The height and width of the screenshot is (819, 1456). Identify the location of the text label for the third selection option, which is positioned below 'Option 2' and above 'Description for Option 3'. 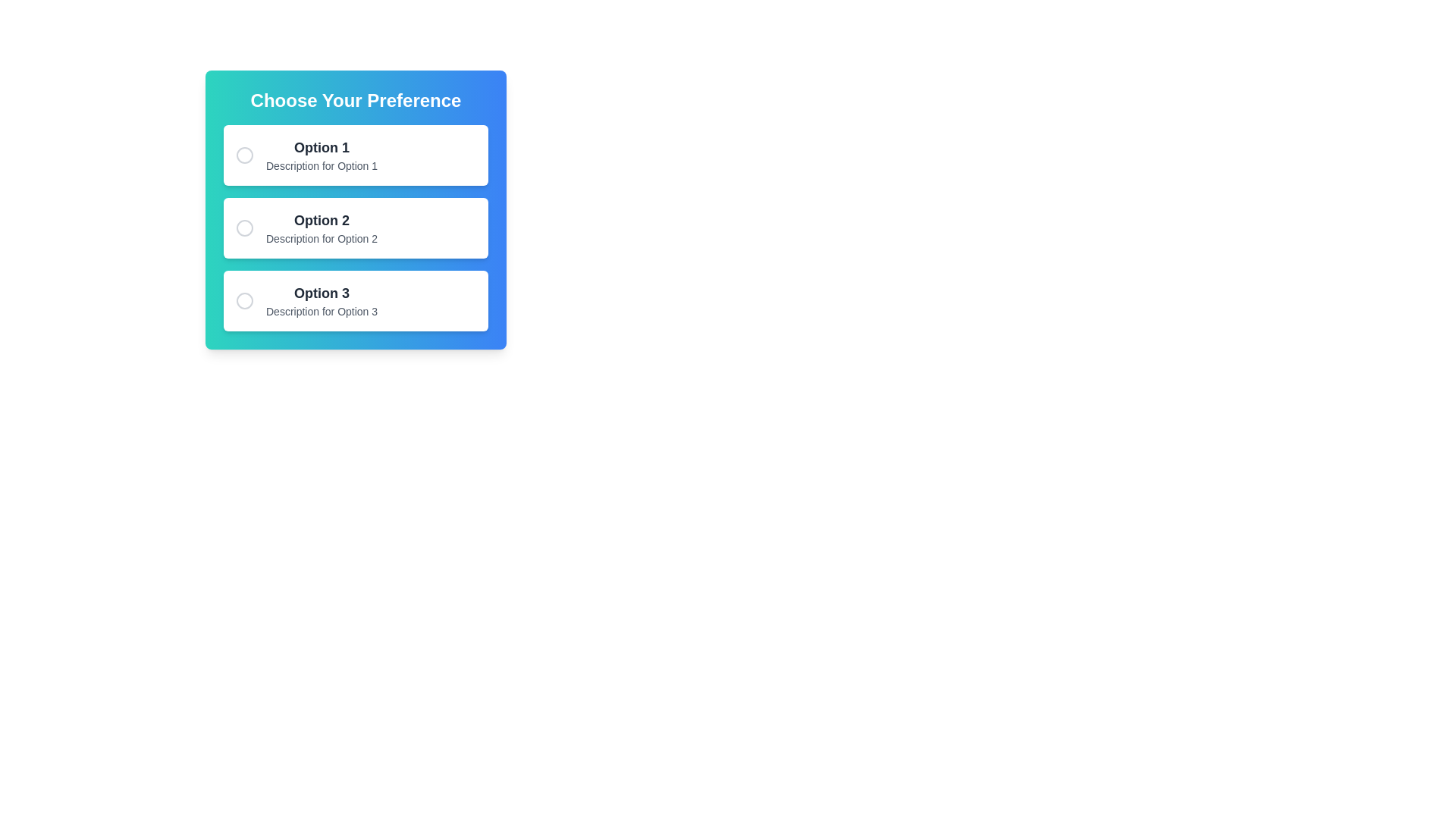
(321, 293).